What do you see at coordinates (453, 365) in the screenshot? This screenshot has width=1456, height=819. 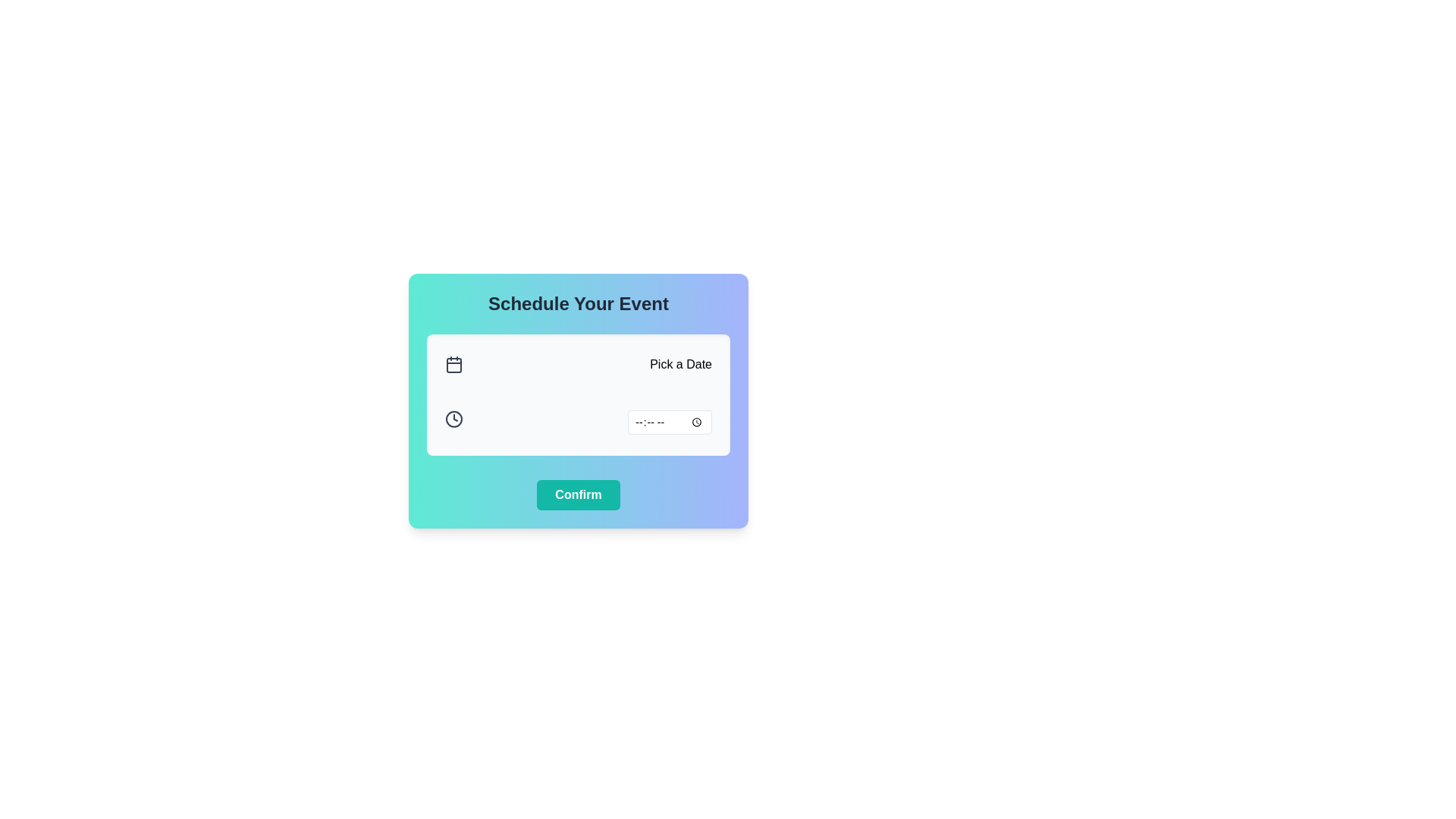 I see `the calendar icon located to the left of the 'Pick a Date' label in the upper section of the scheduling modal` at bounding box center [453, 365].